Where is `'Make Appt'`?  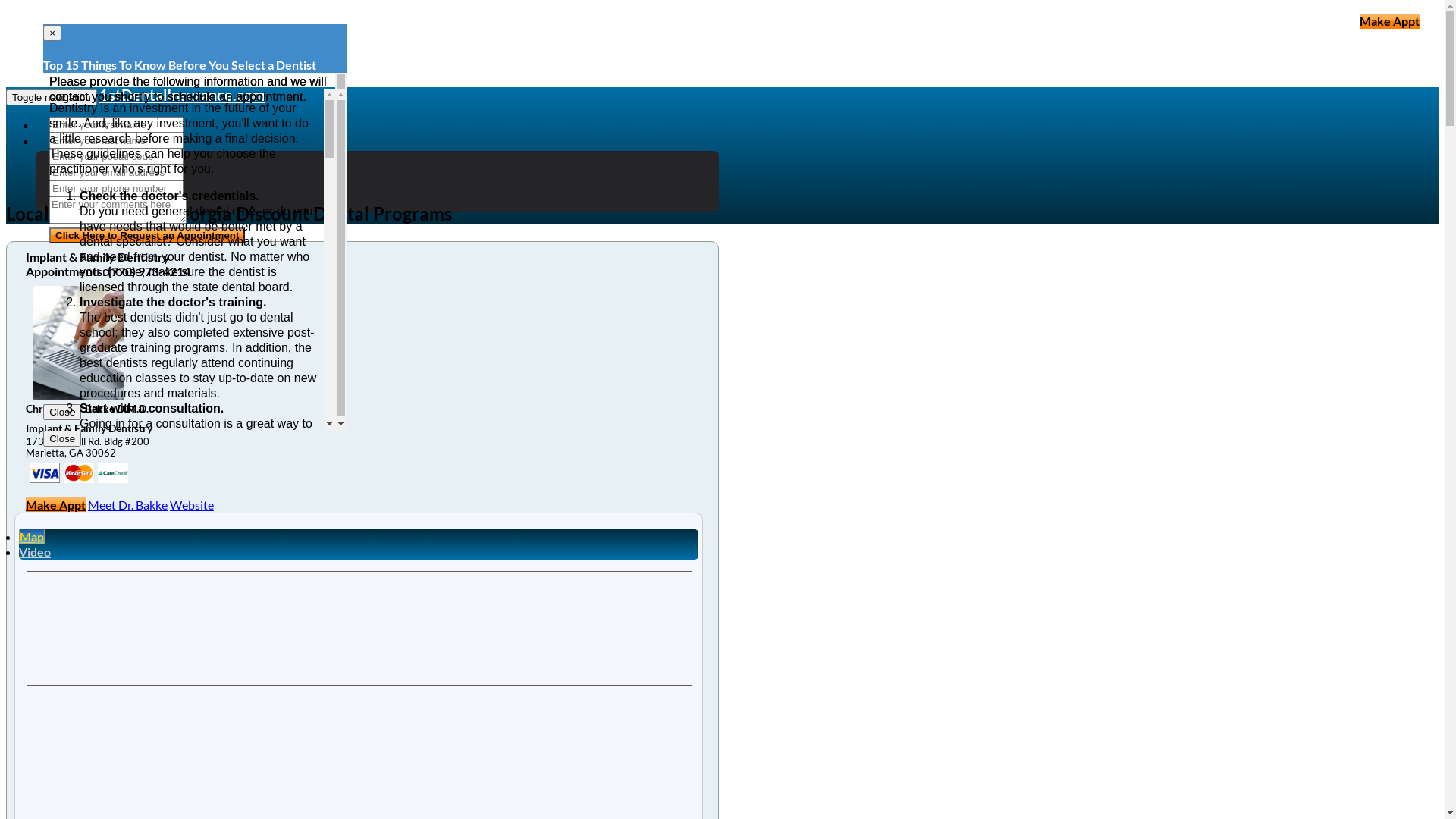
'Make Appt' is located at coordinates (55, 504).